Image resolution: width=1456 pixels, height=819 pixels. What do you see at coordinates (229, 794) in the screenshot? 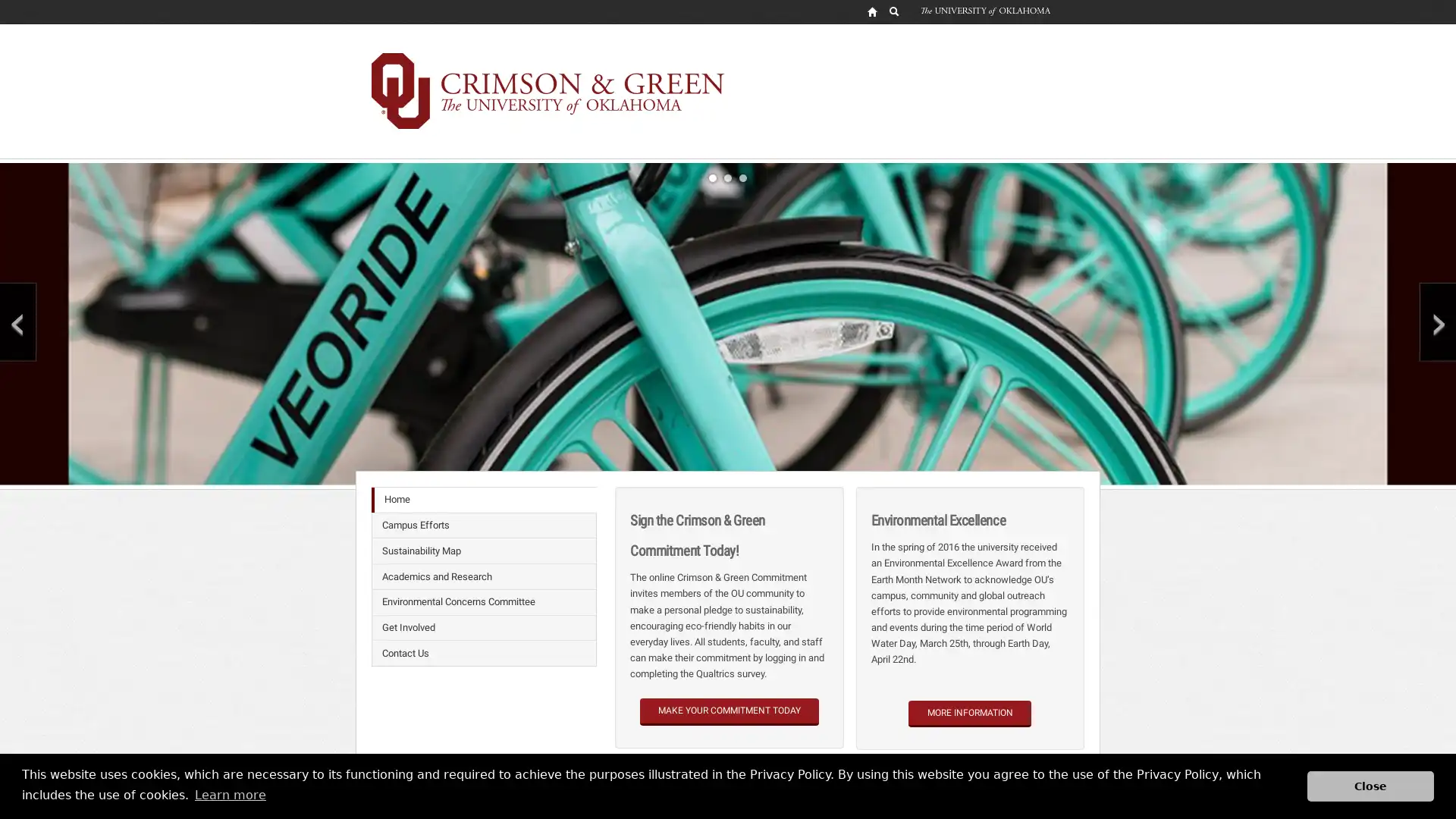
I see `learn more about cookies` at bounding box center [229, 794].